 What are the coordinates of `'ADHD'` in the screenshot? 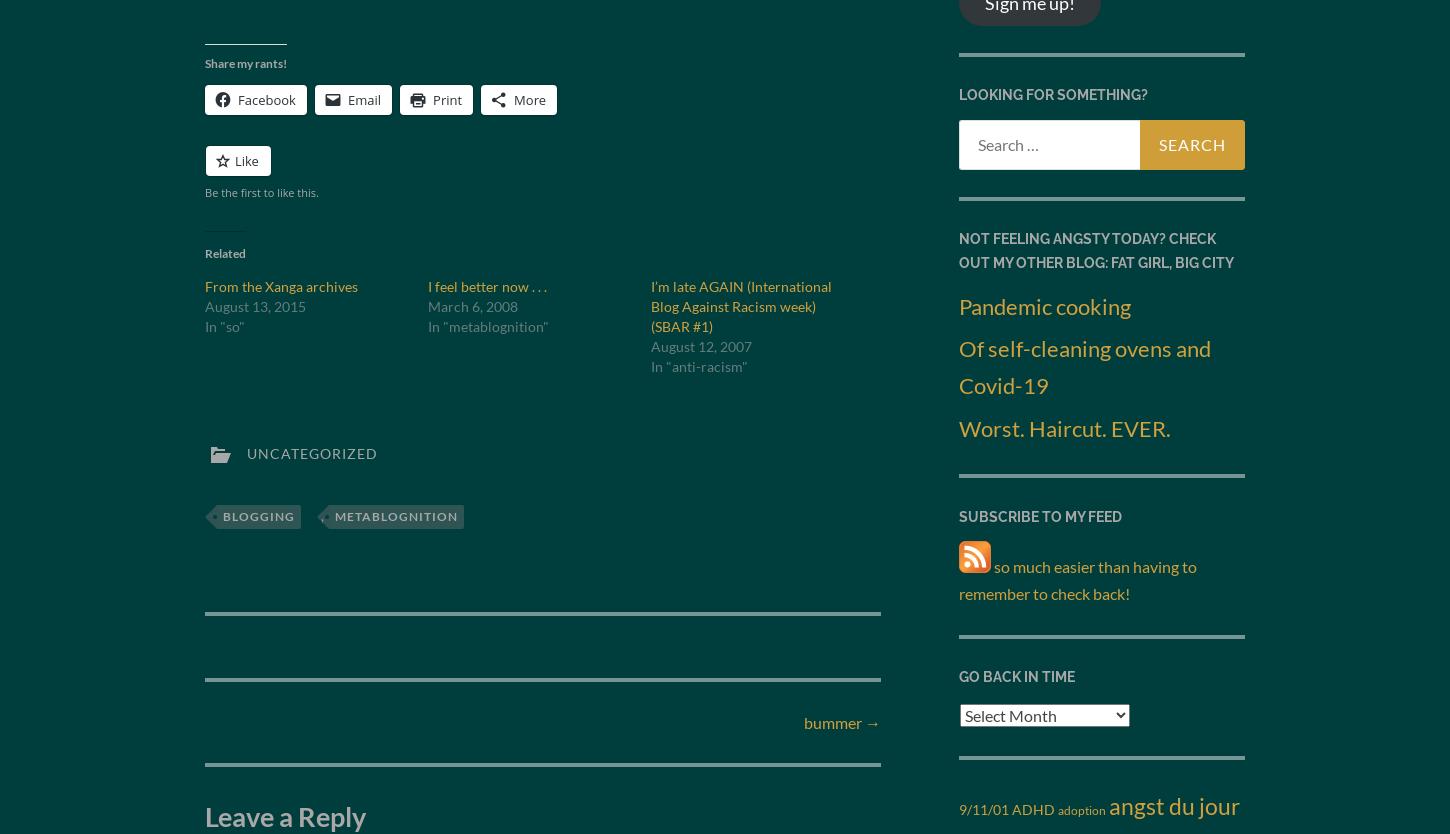 It's located at (1033, 808).